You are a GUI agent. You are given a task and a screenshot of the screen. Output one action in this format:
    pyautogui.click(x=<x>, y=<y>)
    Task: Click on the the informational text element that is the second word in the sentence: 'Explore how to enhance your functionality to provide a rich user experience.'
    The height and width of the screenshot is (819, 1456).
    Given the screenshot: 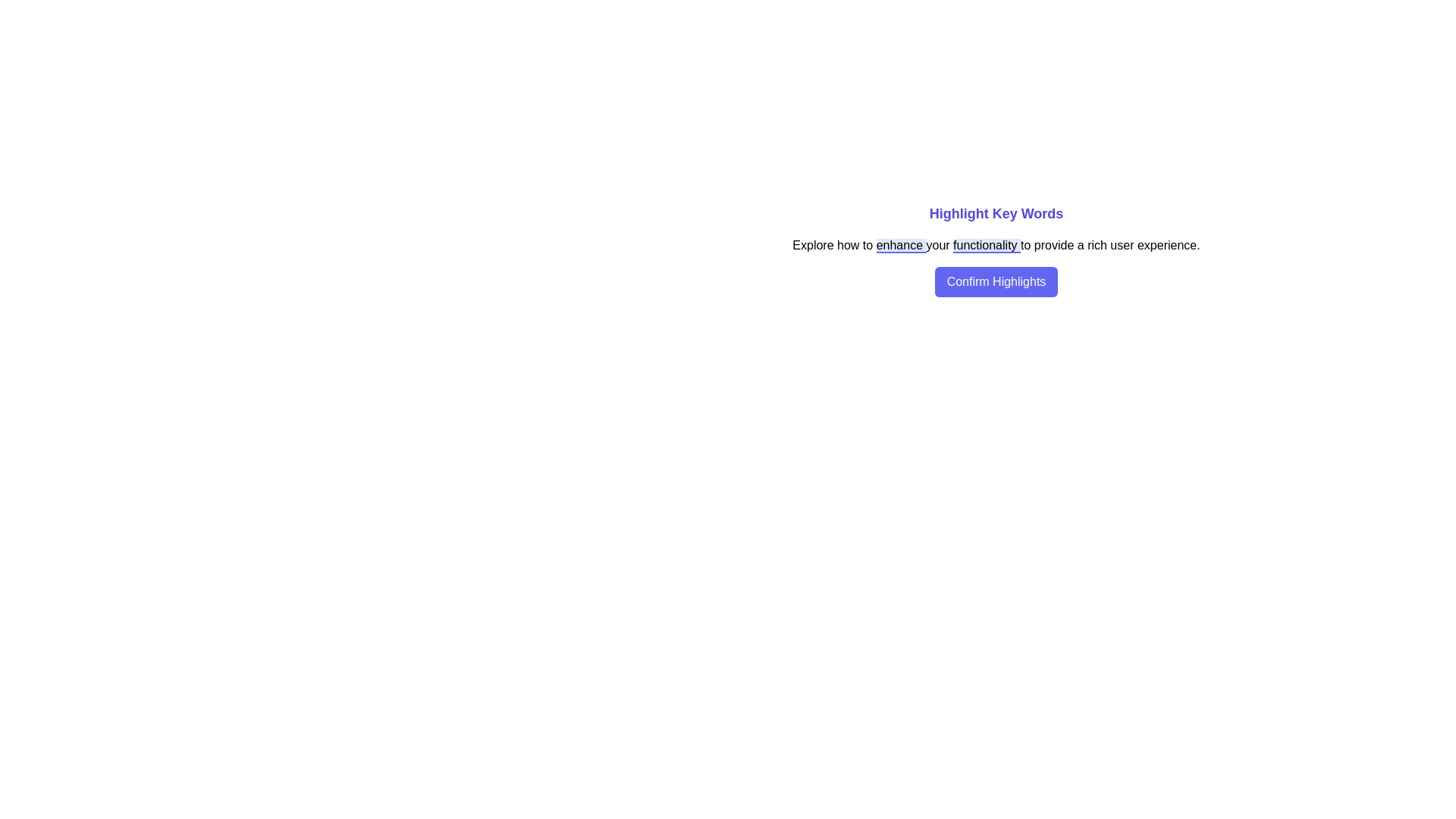 What is the action you would take?
    pyautogui.click(x=849, y=245)
    